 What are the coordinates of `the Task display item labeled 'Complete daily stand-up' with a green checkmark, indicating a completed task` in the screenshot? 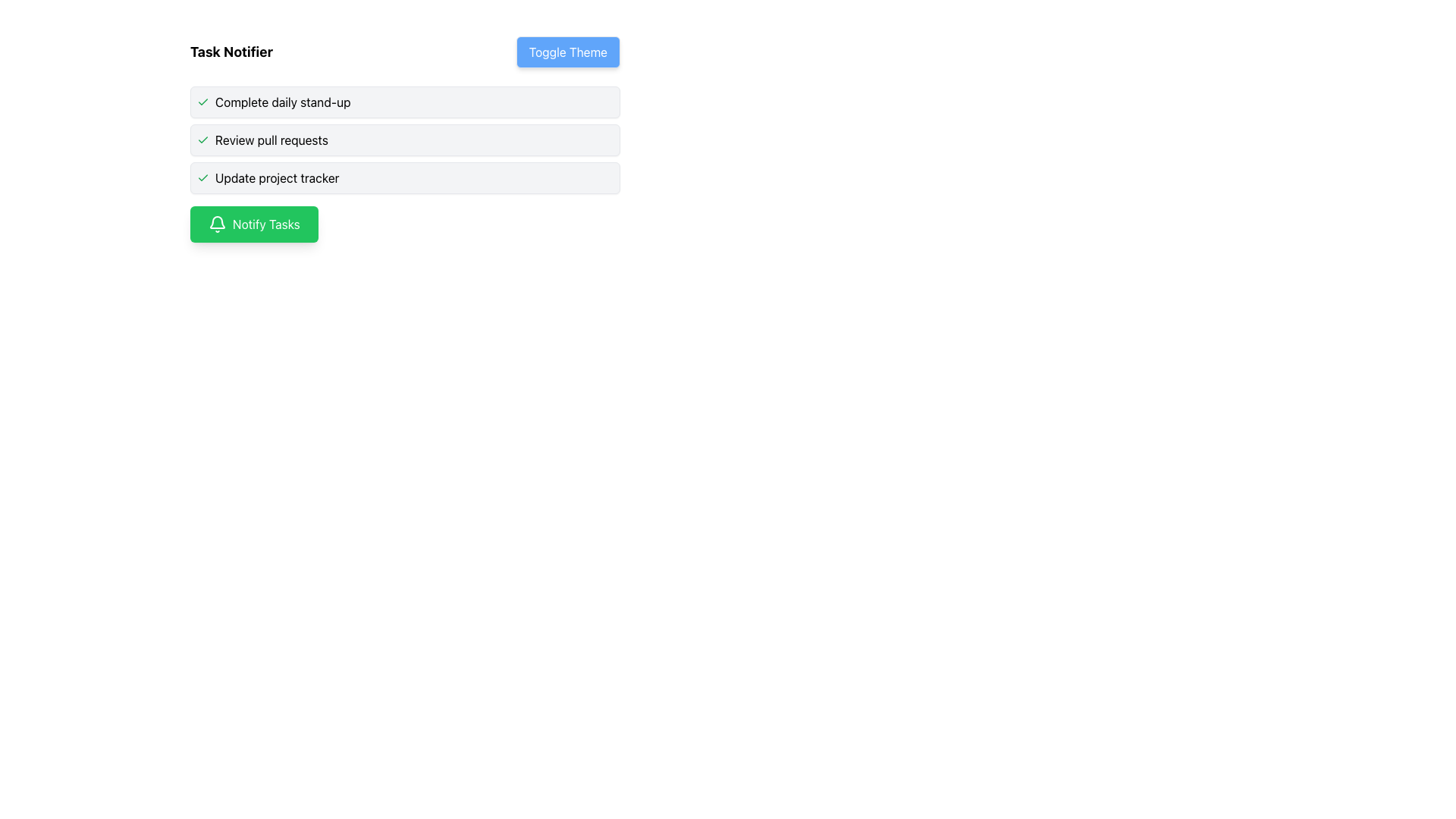 It's located at (405, 102).